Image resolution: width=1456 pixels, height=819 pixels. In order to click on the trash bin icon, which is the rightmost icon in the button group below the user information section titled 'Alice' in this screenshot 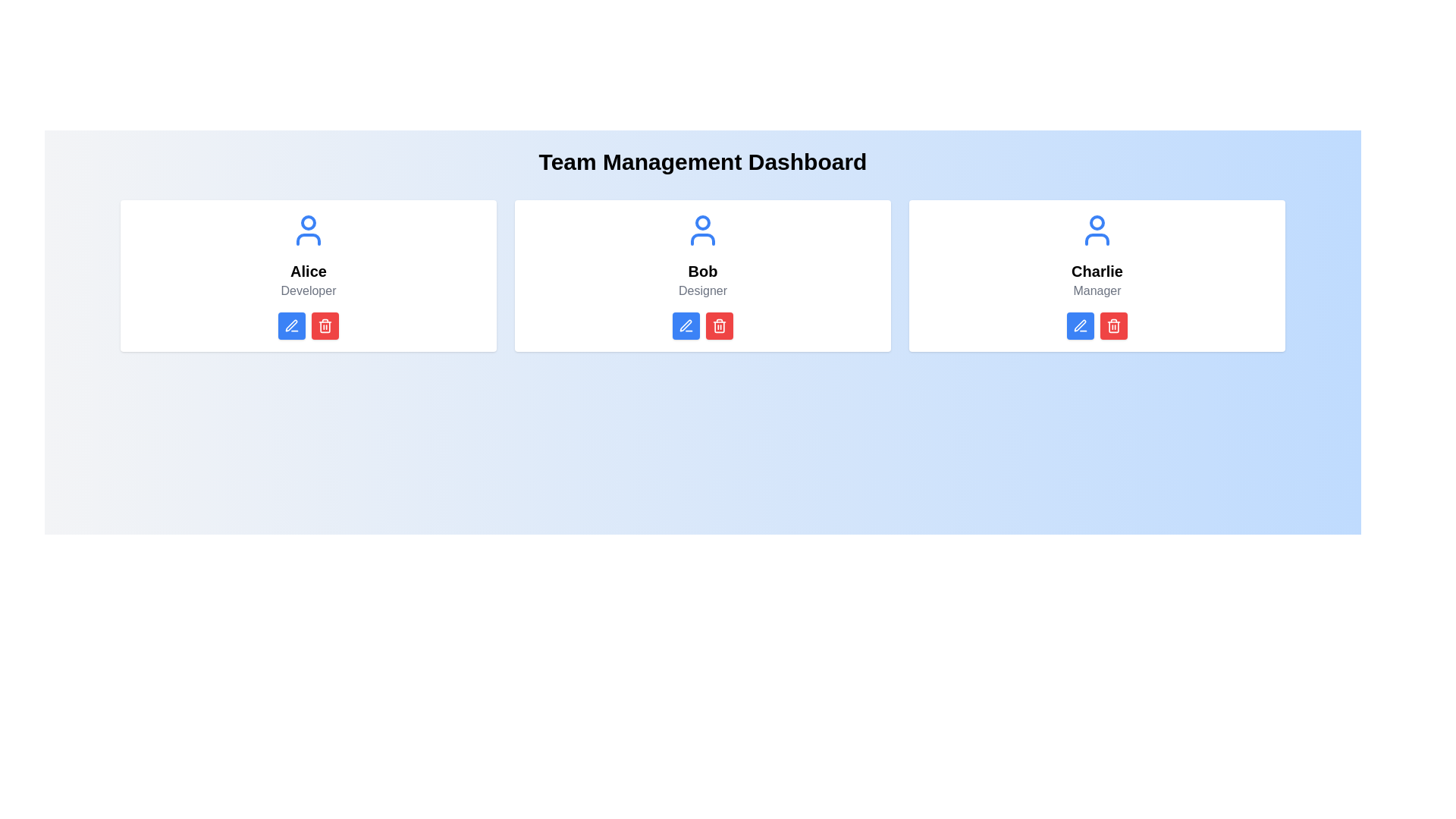, I will do `click(324, 325)`.